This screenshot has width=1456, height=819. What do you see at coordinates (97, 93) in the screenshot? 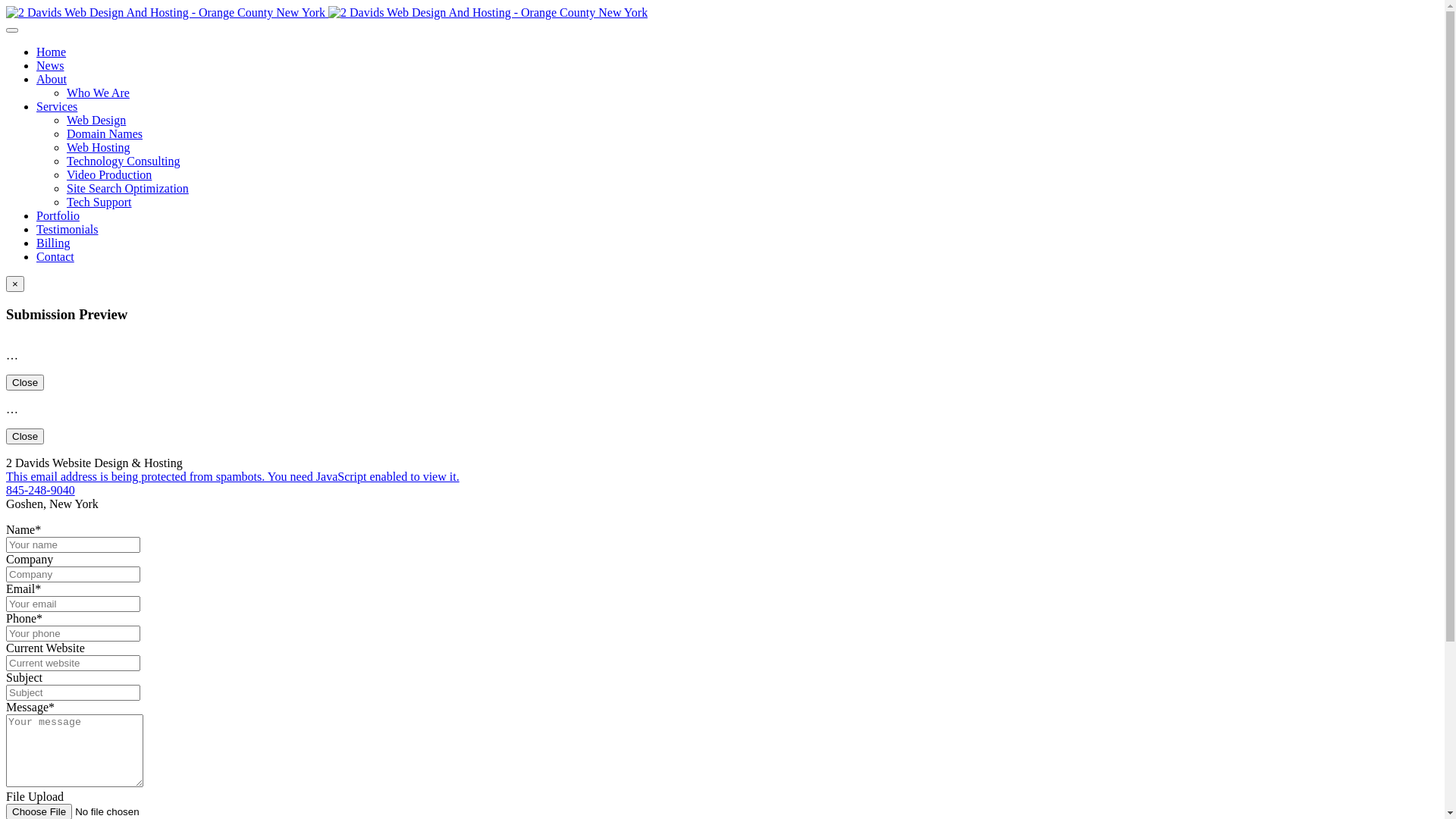
I see `'Who We Are'` at bounding box center [97, 93].